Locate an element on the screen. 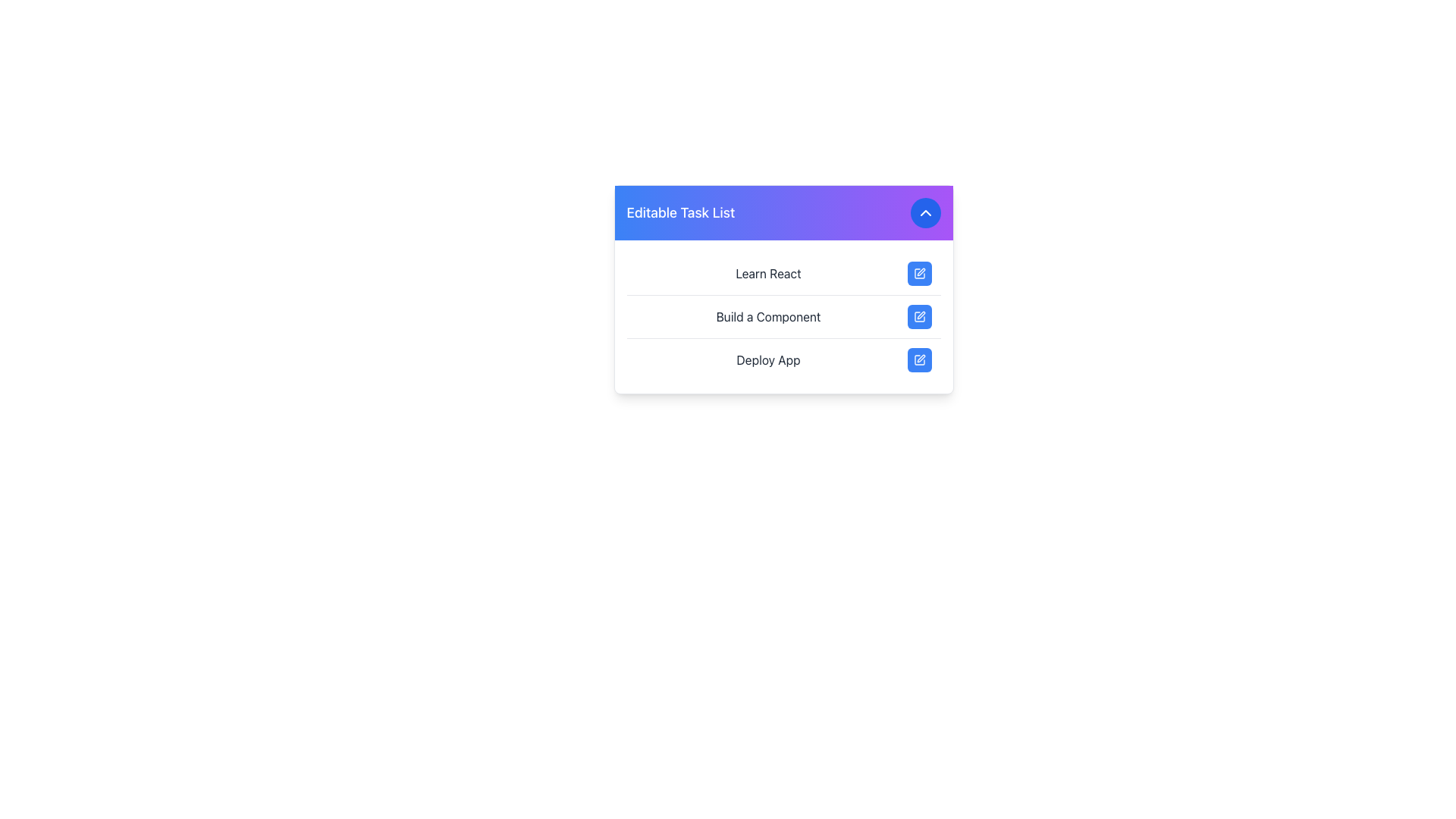 The image size is (1456, 819). the icon button located on the far right of the 'Learn React' task row to initiate editing the corresponding task is located at coordinates (918, 274).